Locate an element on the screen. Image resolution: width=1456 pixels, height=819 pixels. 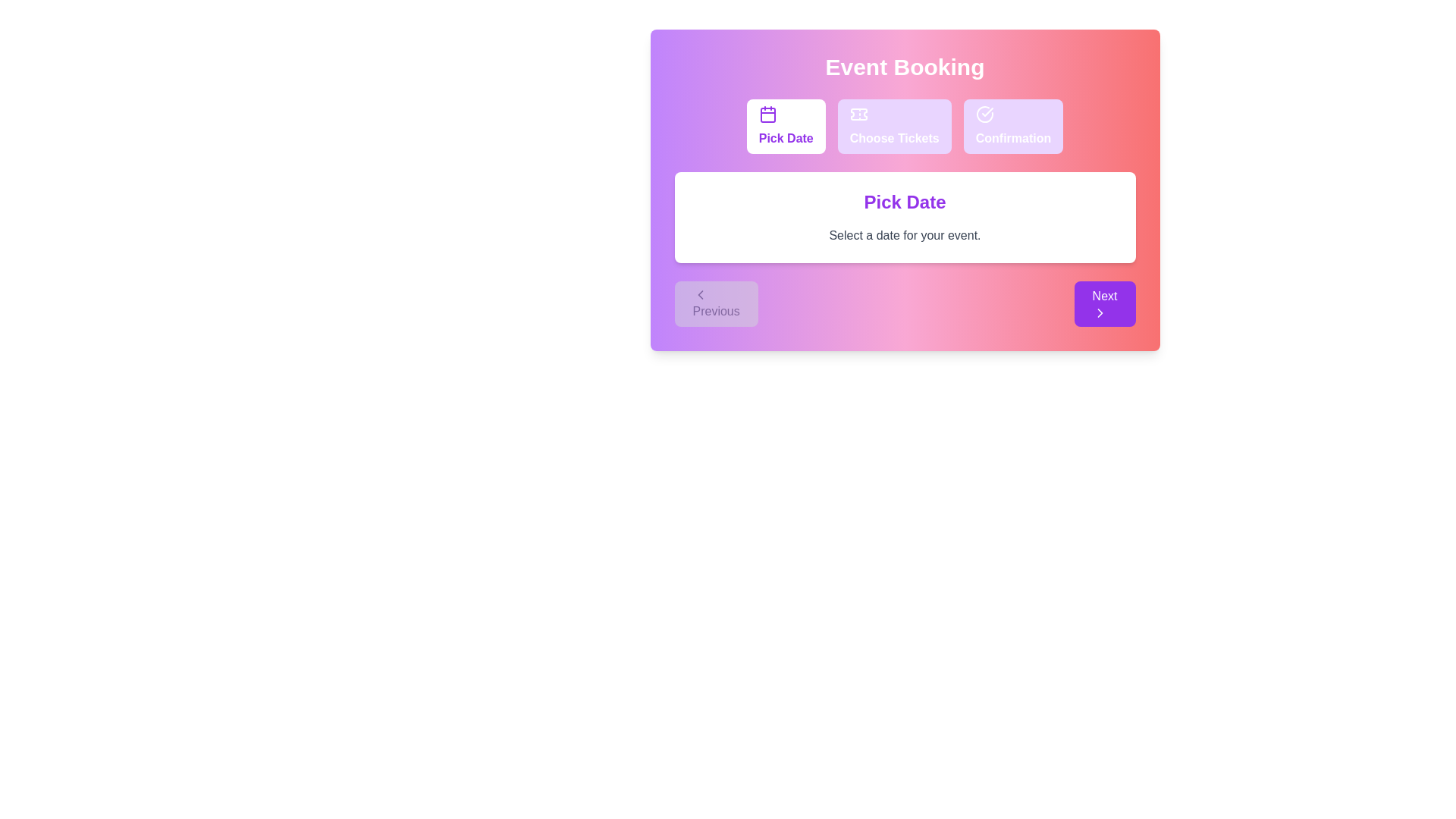
the 'Choose Tickets' label, which is displayed in bold font on a purple rectangle within the center button of a row of three buttons at the top of a booking interface is located at coordinates (894, 138).